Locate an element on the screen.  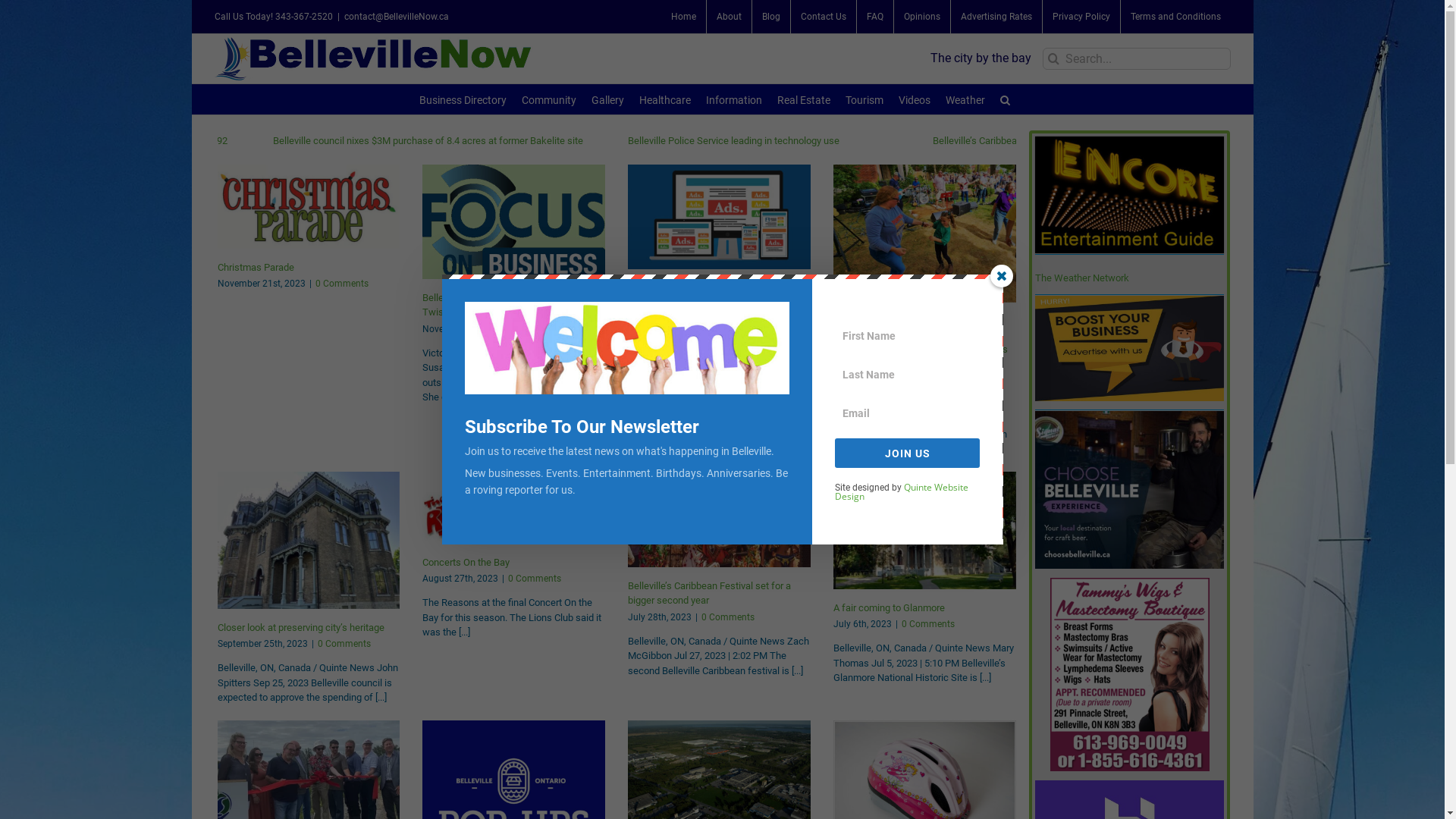
'Tourism' is located at coordinates (864, 99).